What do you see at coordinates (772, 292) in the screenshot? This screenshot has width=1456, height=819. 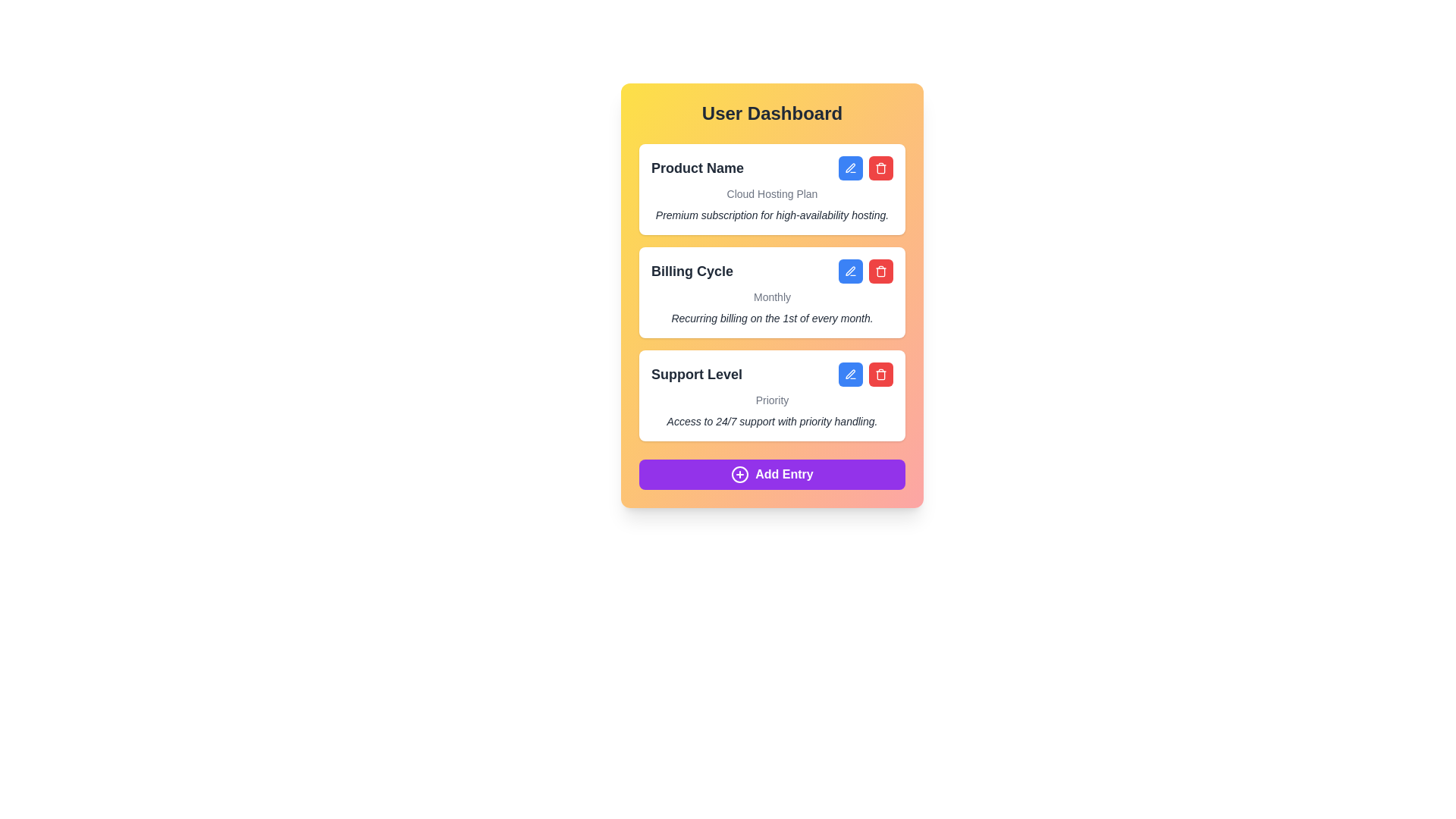 I see `the informational card displaying billing cycle information that indicates 'Monthly' and the recurring billing date '1st of every month', which is the second card in the vertical list on the dashboard interface` at bounding box center [772, 292].